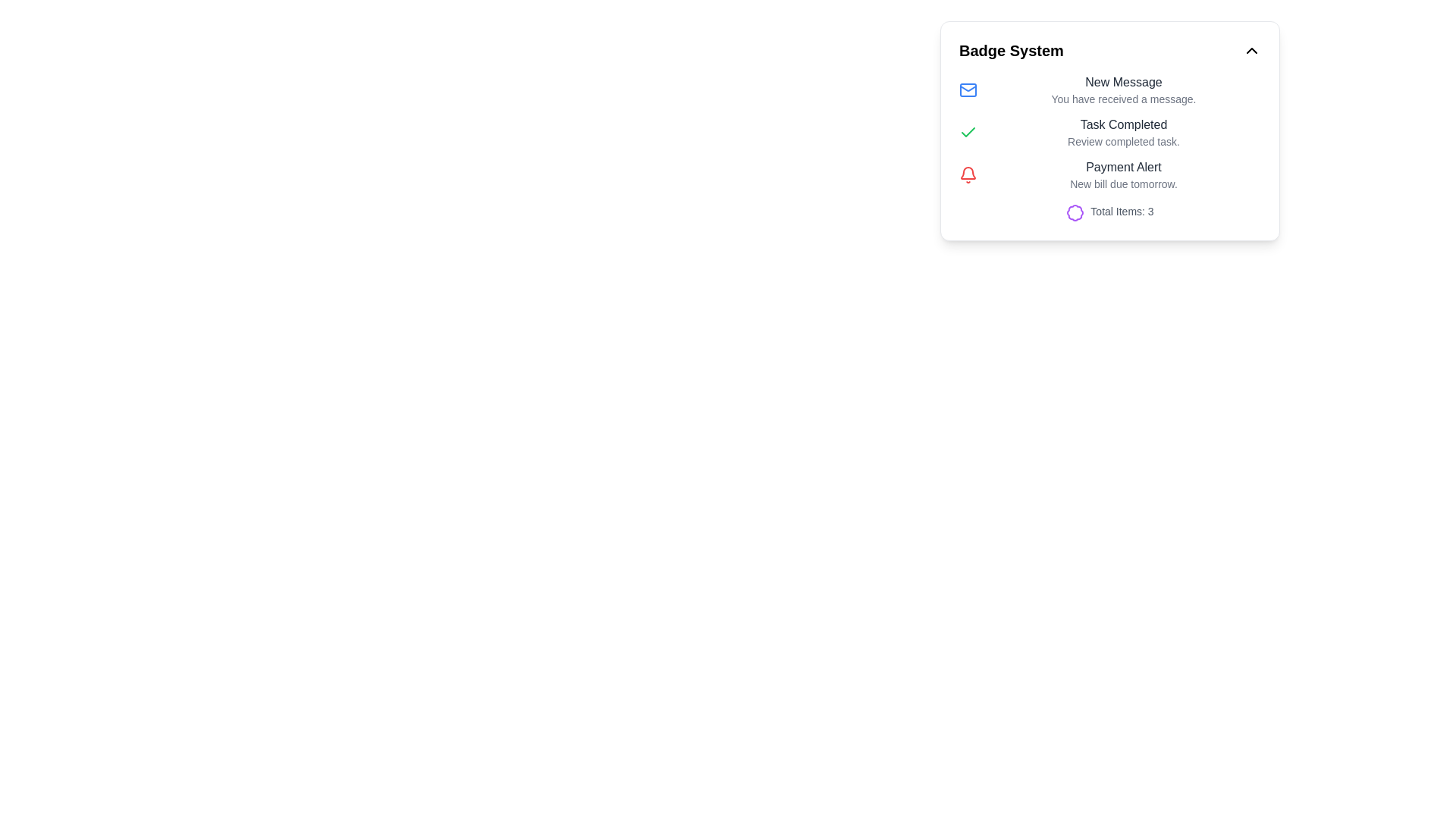 The height and width of the screenshot is (819, 1456). I want to click on the 'New Message' notification icon located at the top-left corner of the 'Badge System' UI component to interact with the notification, so click(967, 90).